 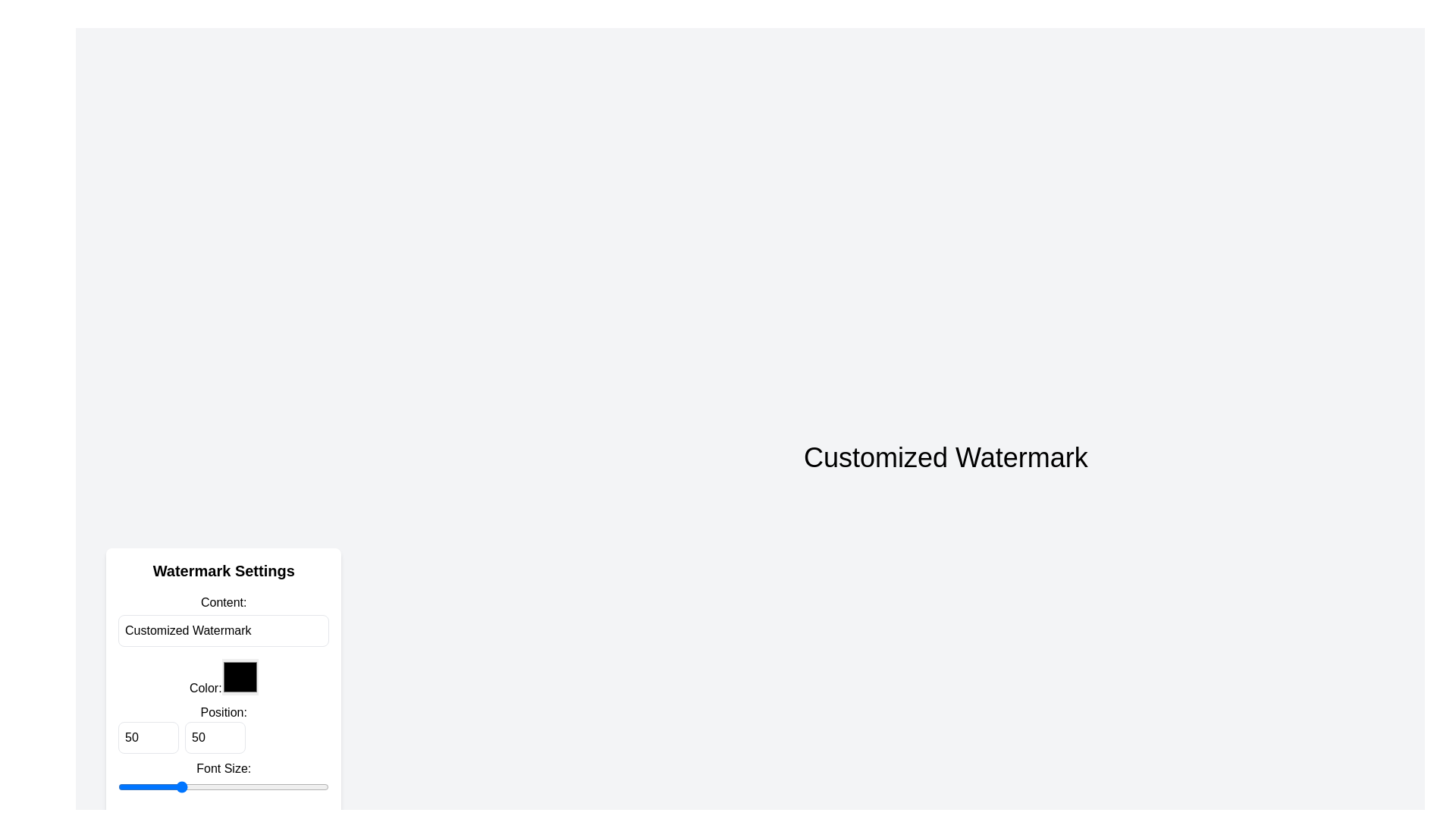 I want to click on the text input box with rounded corners and a thin border, which contains the placeholder 'Customized Watermark', located beneath the label 'Content:' in the 'Watermark Settings' panel, so click(x=223, y=631).